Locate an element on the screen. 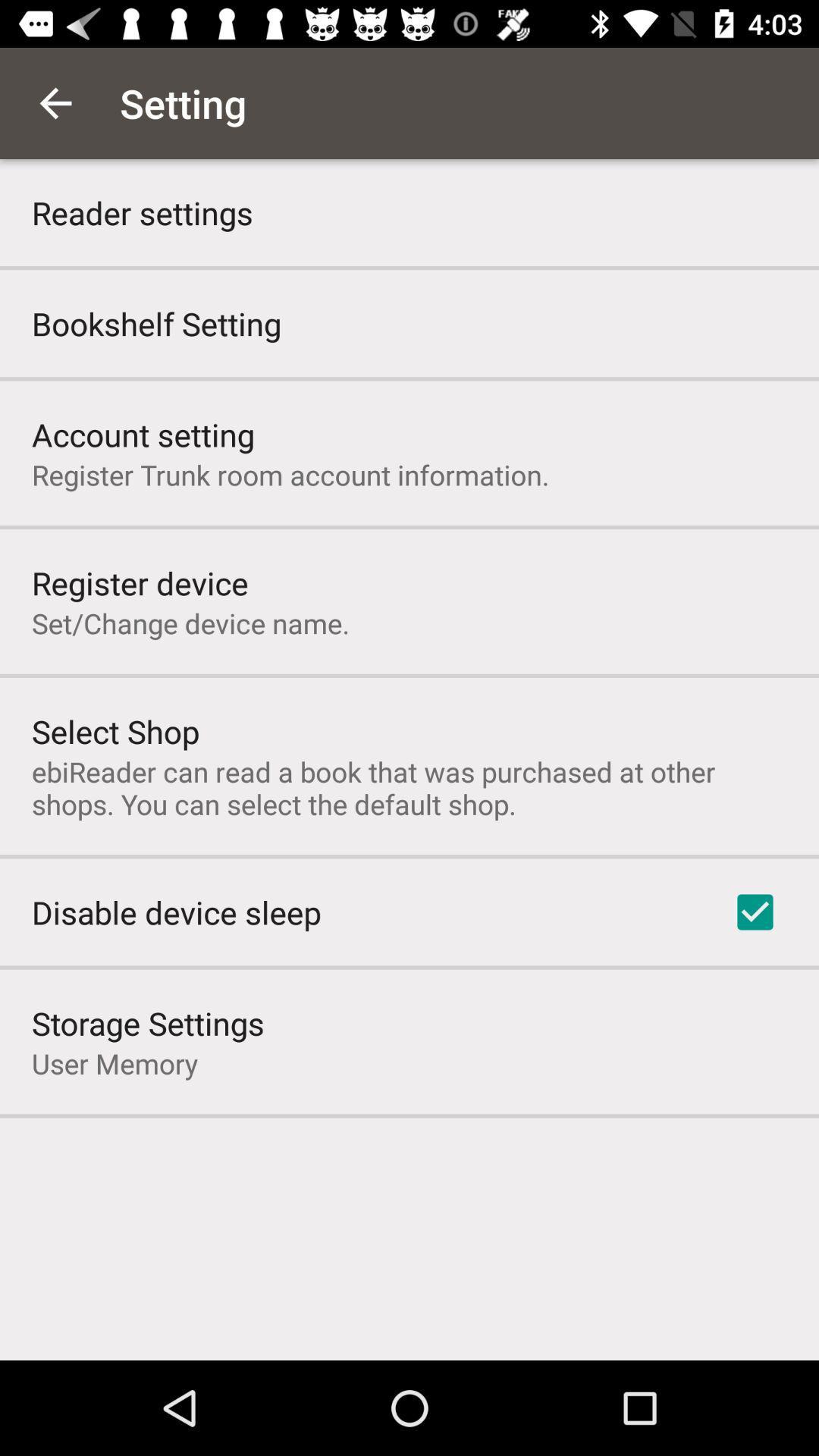 Image resolution: width=819 pixels, height=1456 pixels. the icon above register device is located at coordinates (290, 474).